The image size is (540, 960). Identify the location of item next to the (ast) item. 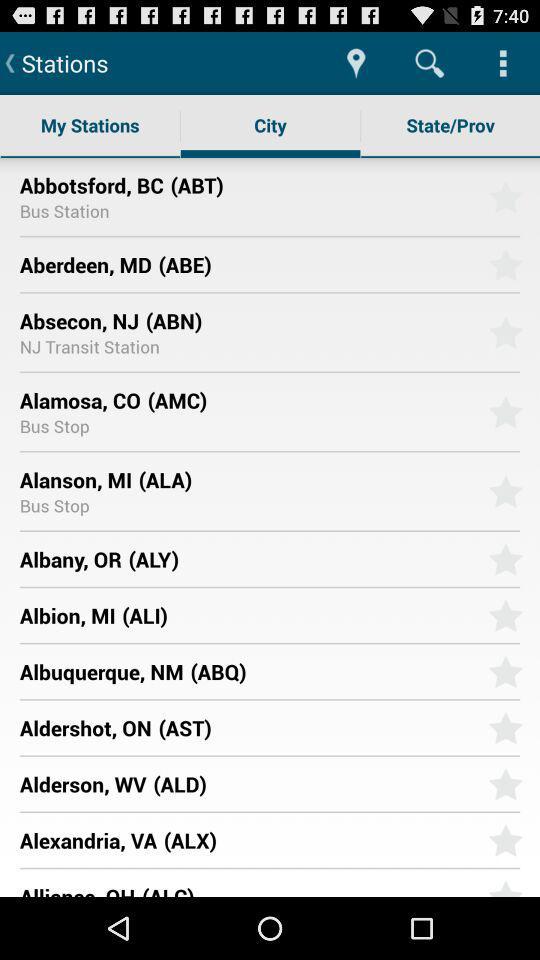
(84, 726).